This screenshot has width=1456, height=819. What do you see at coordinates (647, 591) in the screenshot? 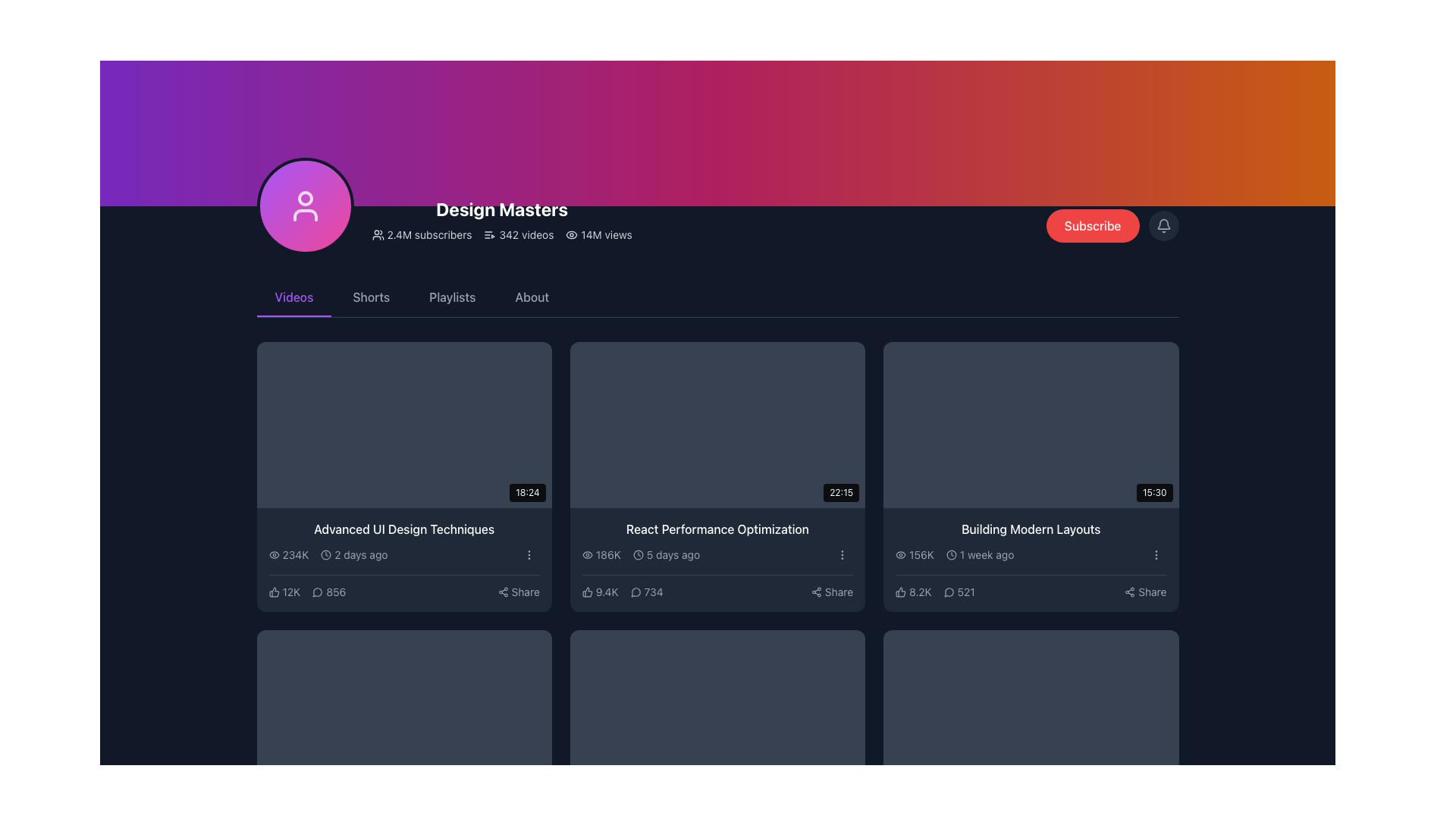
I see `the comment count indicator displaying '734' next to a speech bubble icon` at bounding box center [647, 591].